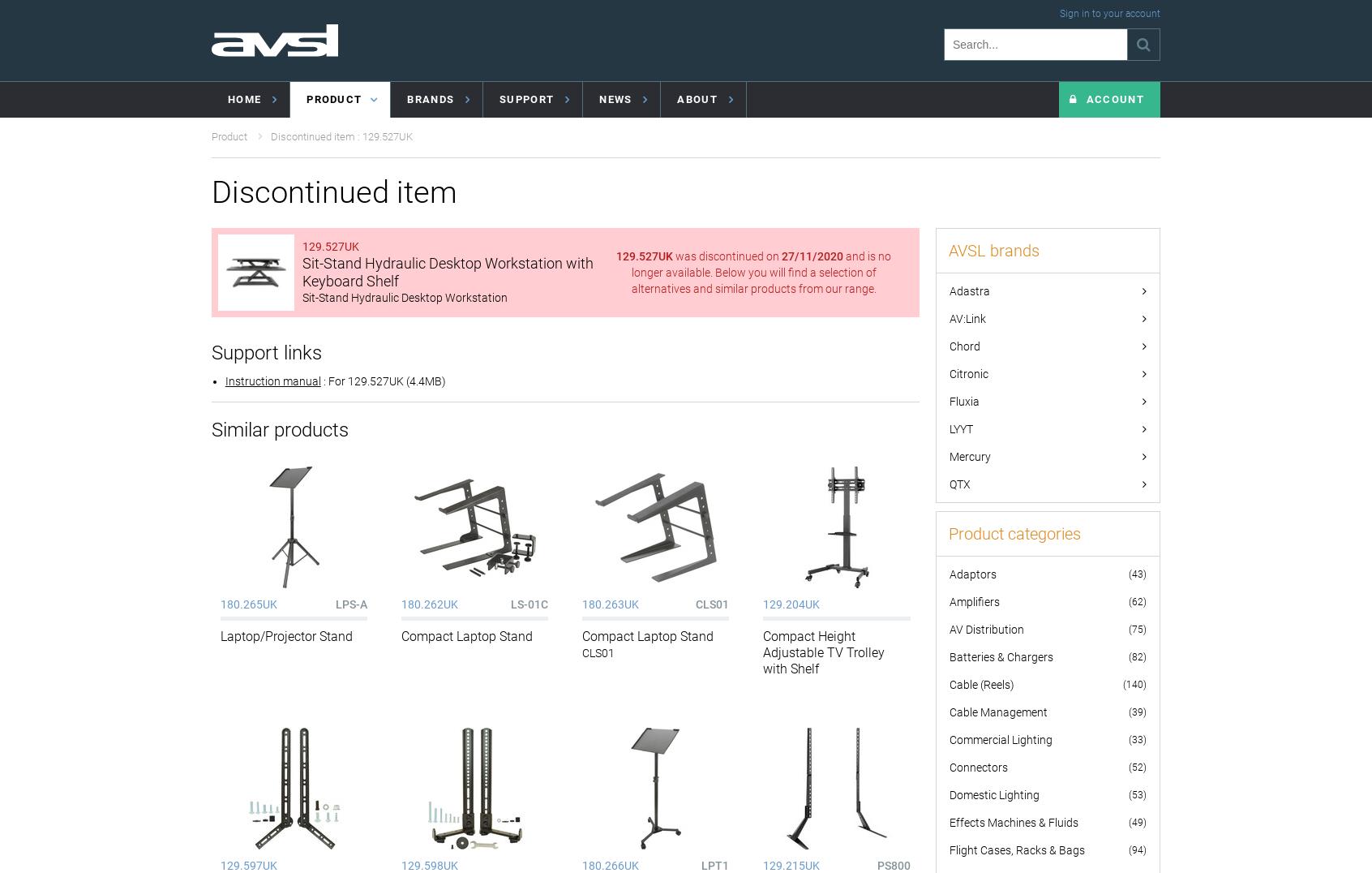  I want to click on 'AV Distribution', so click(986, 629).